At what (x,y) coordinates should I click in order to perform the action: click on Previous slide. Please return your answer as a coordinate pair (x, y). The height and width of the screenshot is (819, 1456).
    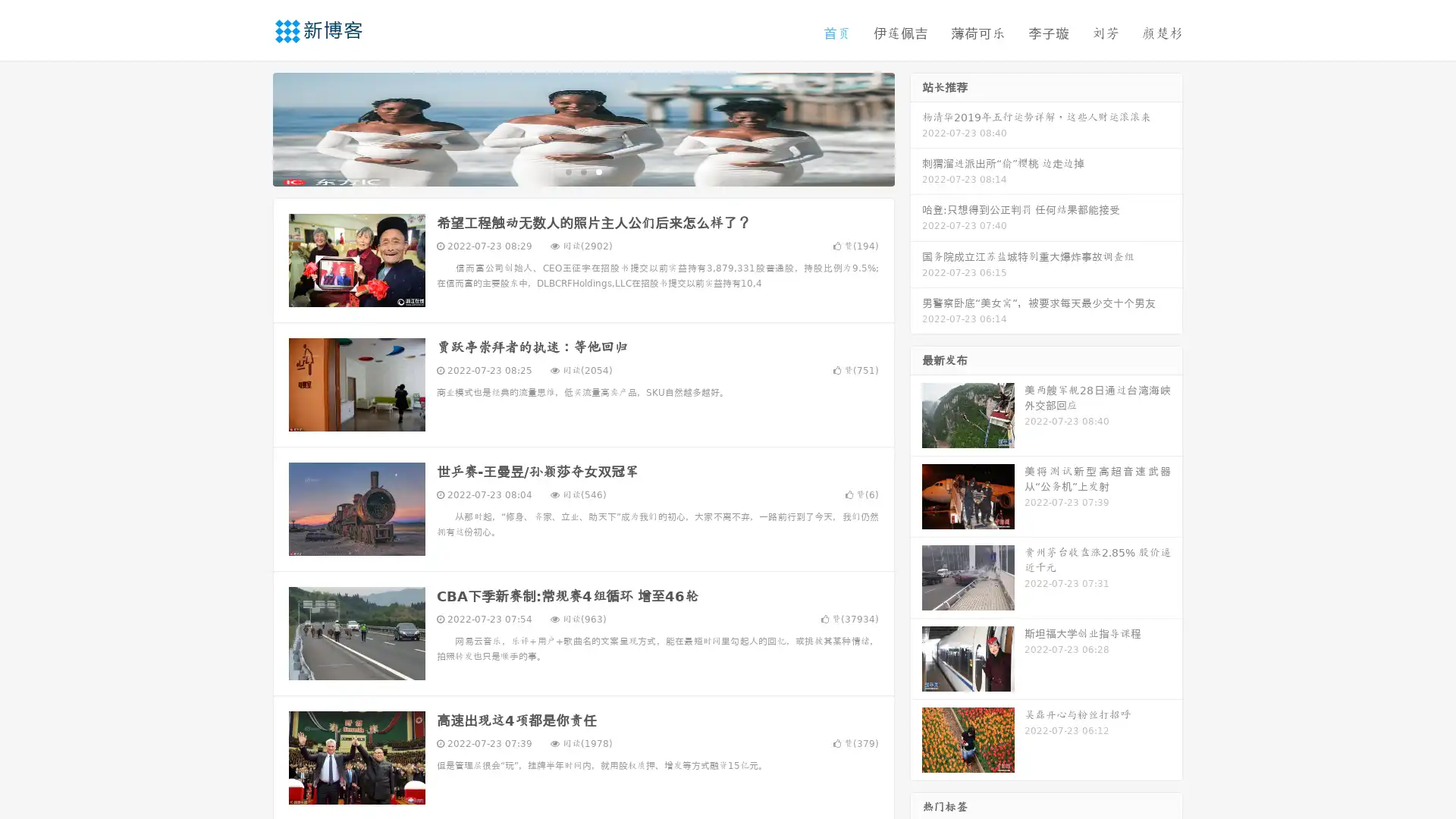
    Looking at the image, I should click on (250, 127).